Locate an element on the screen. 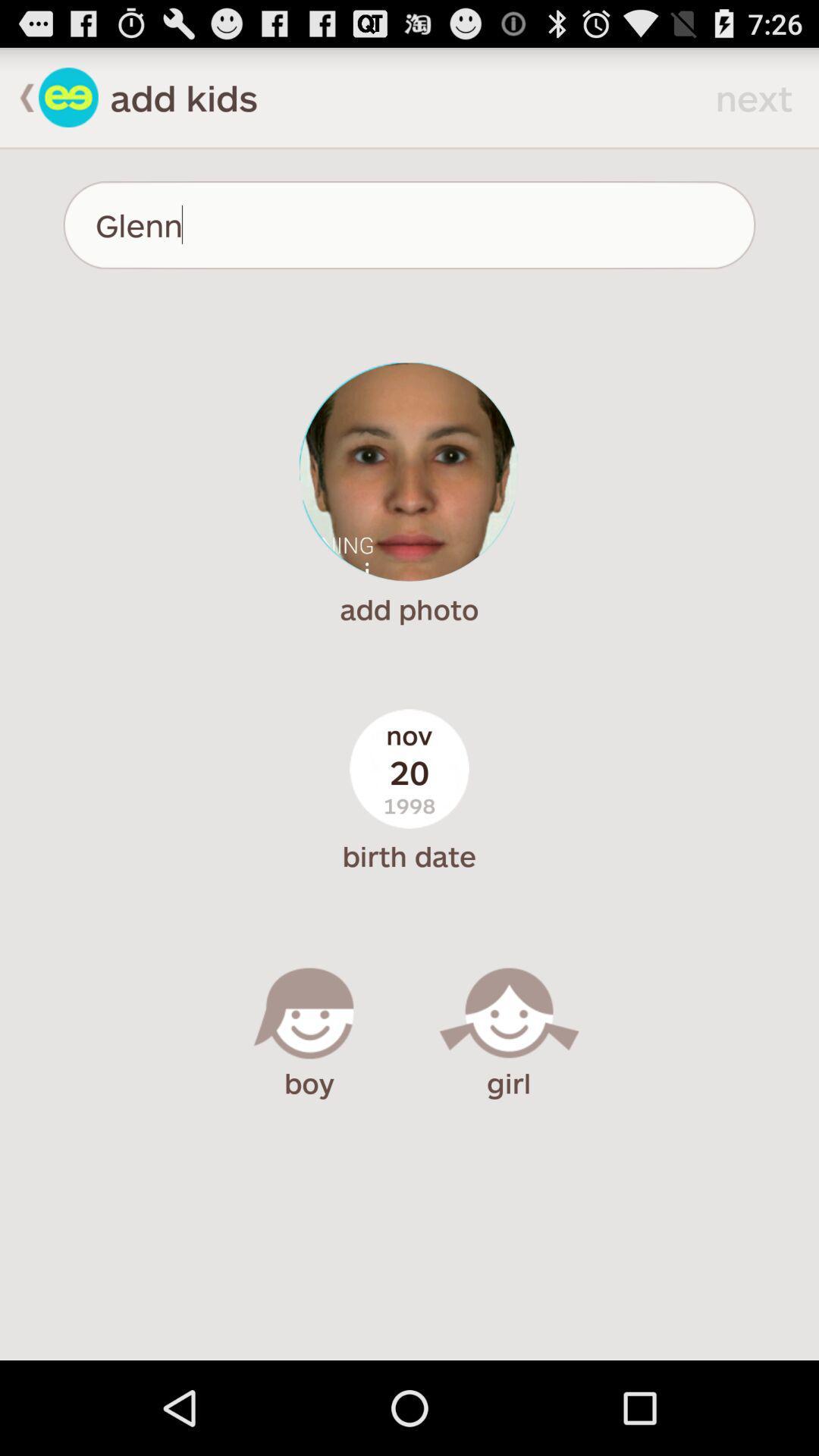  the arrow_backward icon is located at coordinates (19, 103).